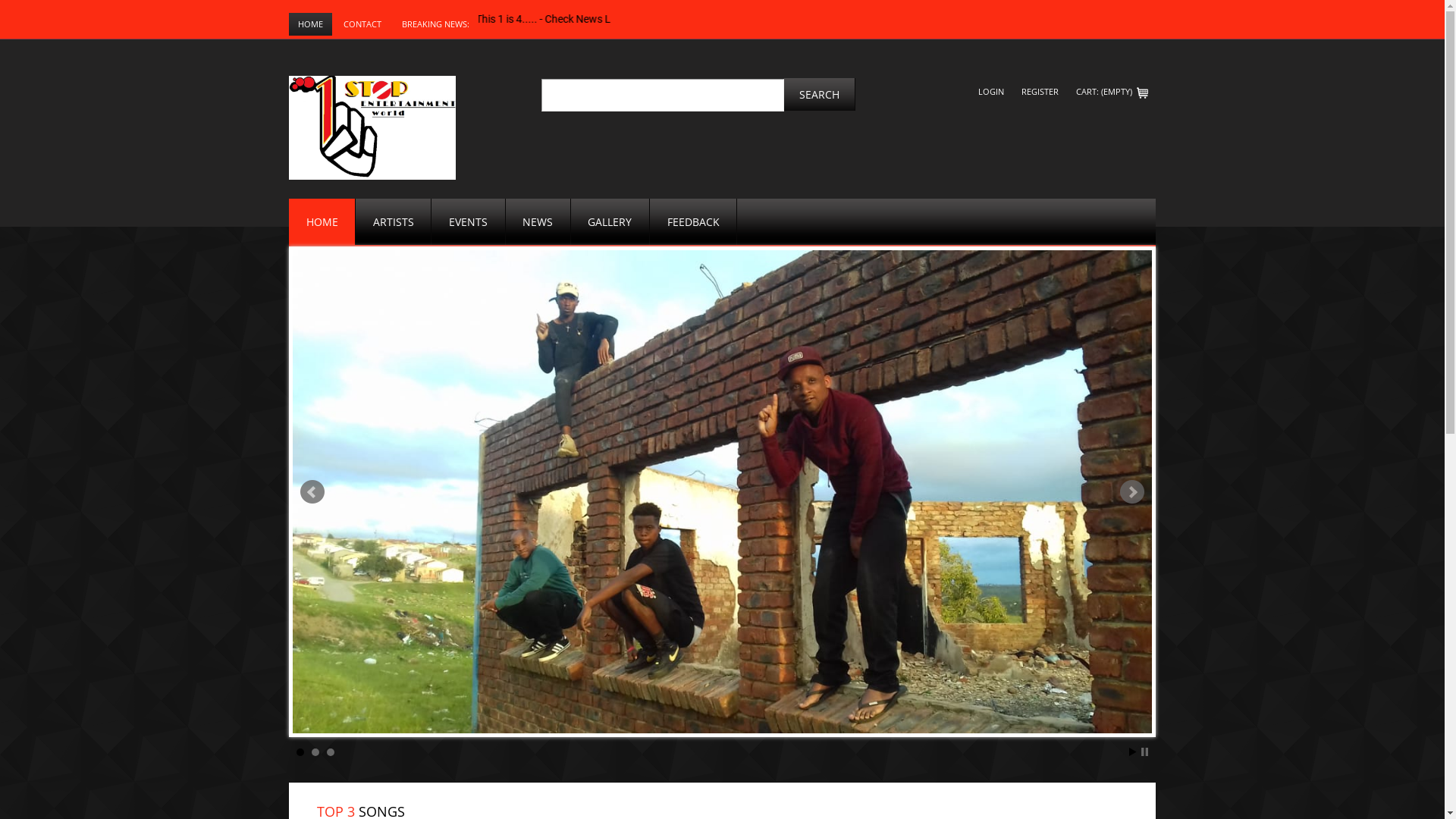  I want to click on 'REGISTER', so click(1039, 91).